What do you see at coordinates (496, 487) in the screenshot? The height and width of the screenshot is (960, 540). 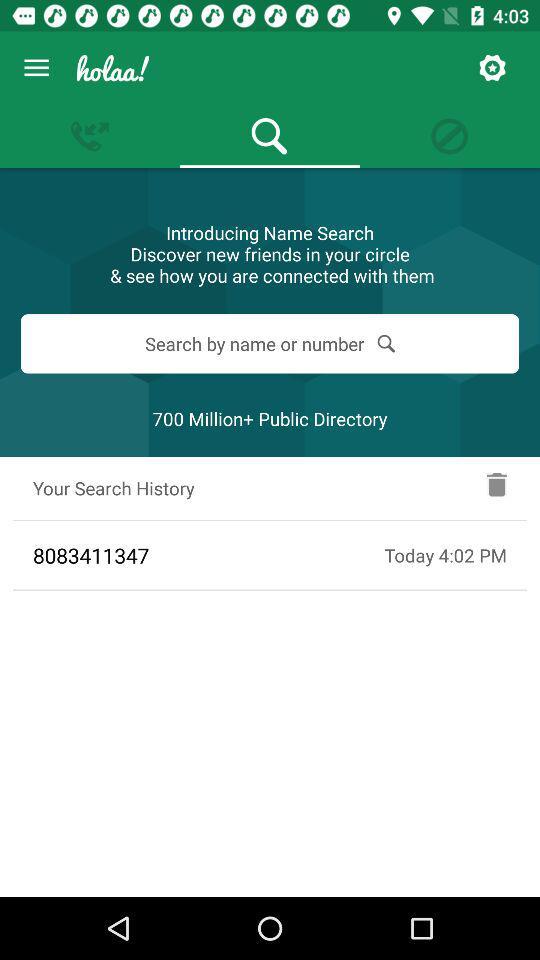 I see `delete the search history` at bounding box center [496, 487].